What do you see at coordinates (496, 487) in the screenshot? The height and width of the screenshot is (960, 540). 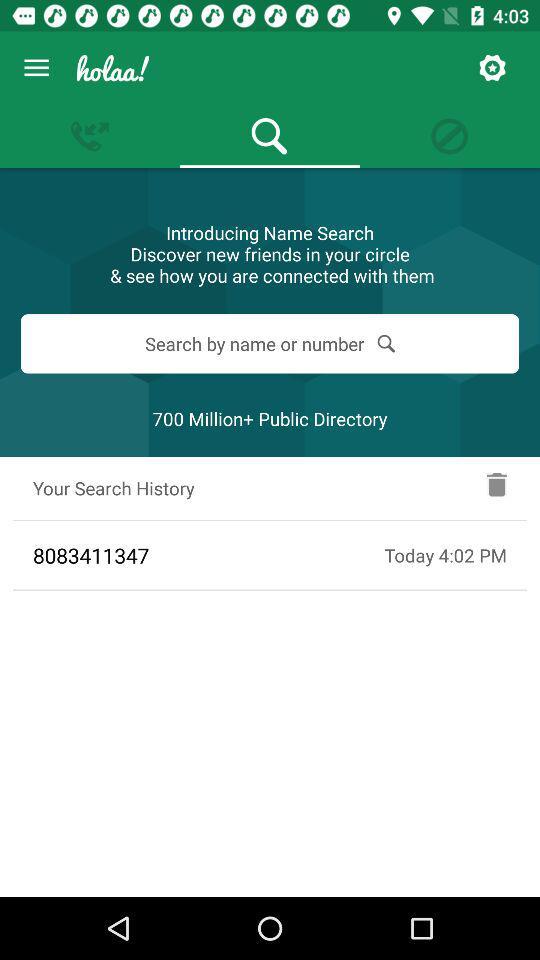 I see `delete the search history` at bounding box center [496, 487].